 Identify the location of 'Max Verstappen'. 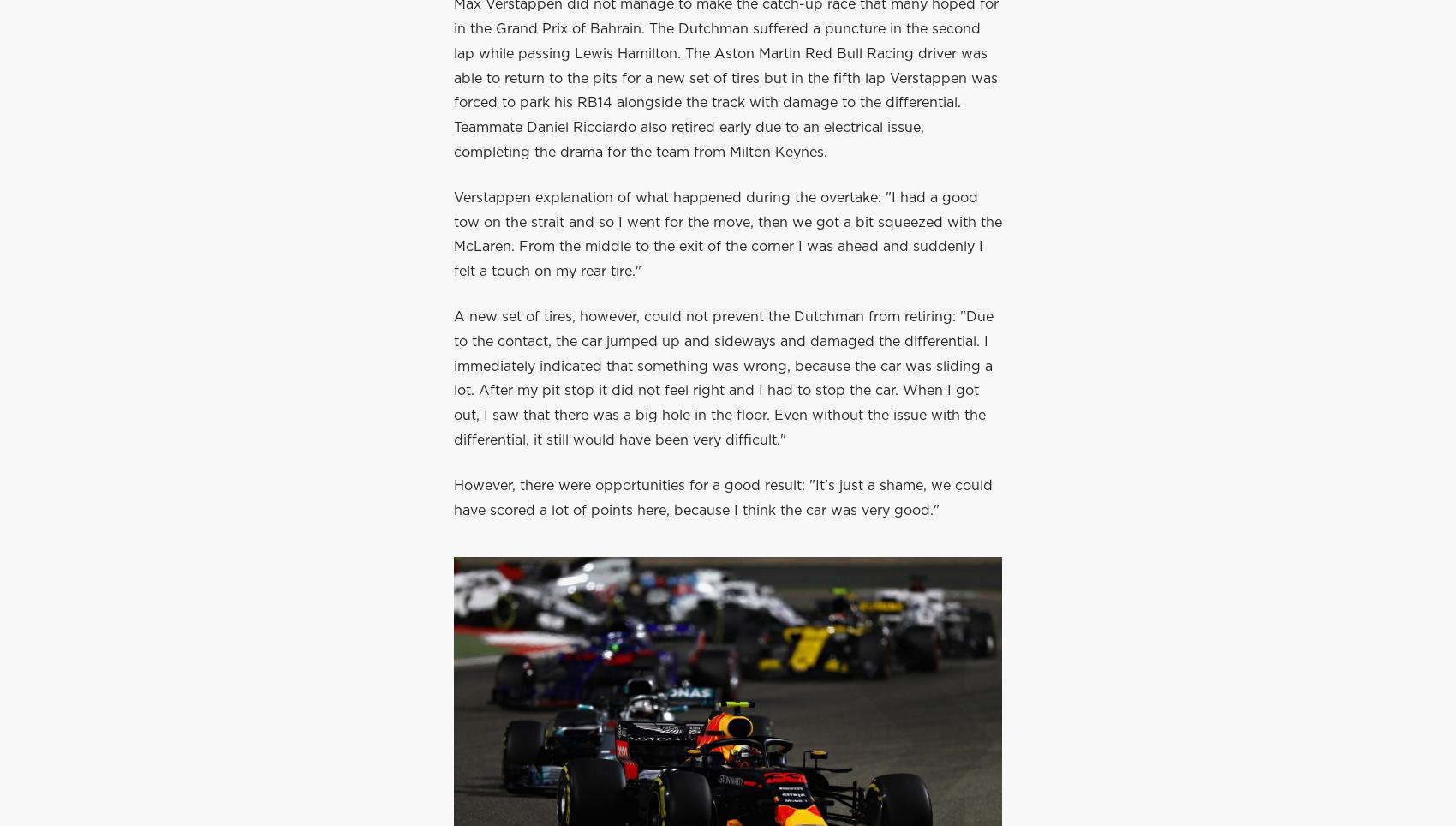
(535, 115).